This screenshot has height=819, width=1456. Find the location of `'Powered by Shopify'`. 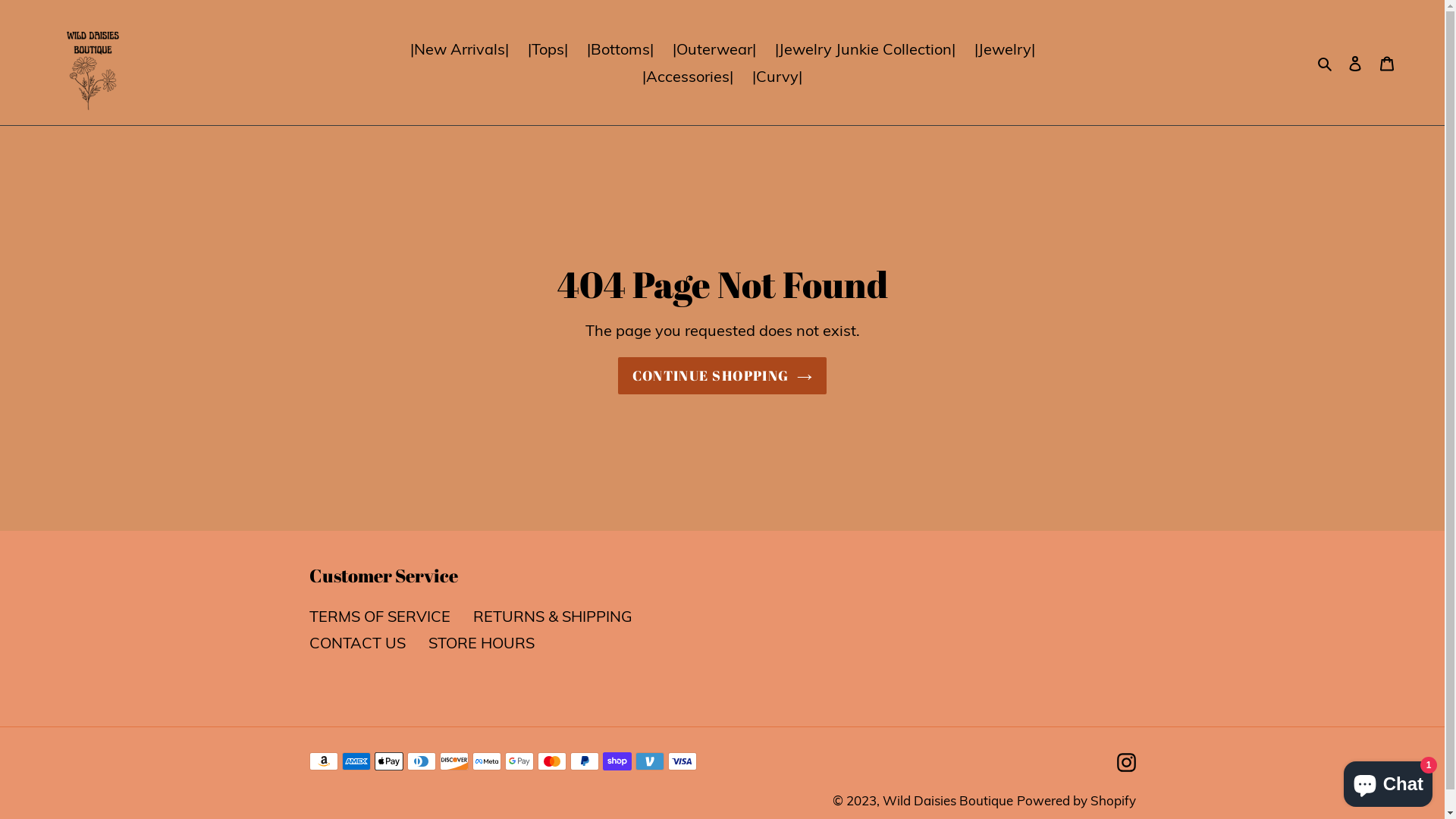

'Powered by Shopify' is located at coordinates (1015, 799).